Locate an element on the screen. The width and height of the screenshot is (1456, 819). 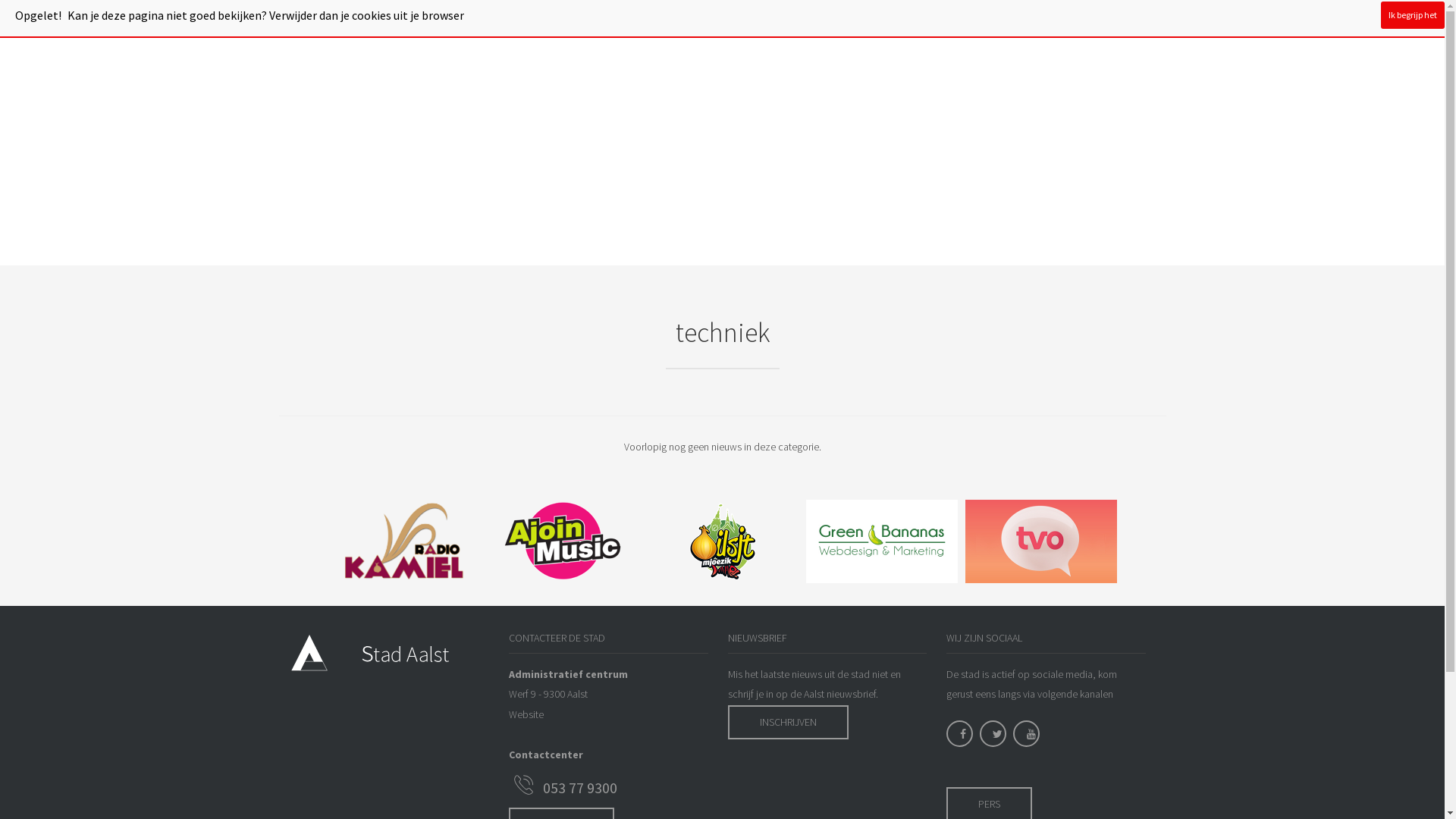
'PROGRAMMA' is located at coordinates (461, 19).